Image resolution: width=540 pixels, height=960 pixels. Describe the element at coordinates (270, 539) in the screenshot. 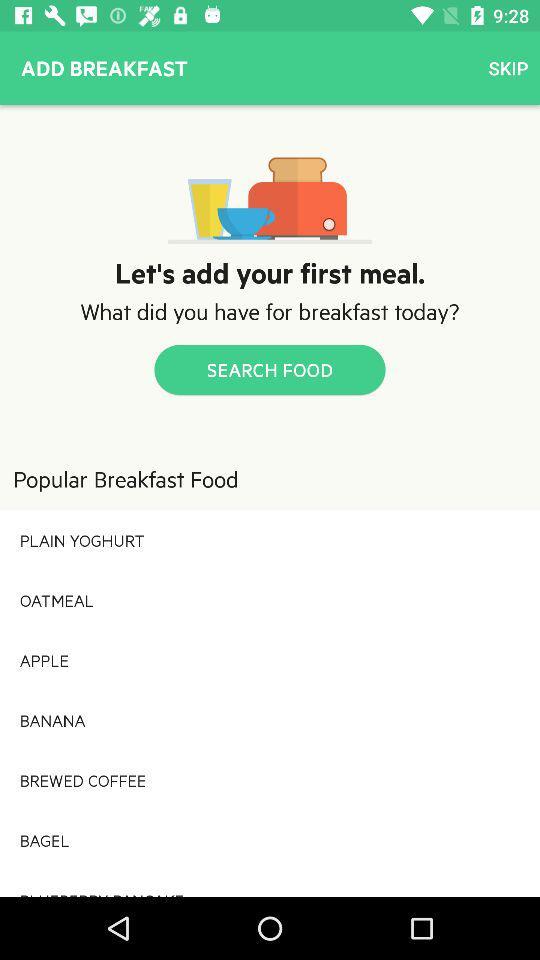

I see `the plain yoghurt` at that location.